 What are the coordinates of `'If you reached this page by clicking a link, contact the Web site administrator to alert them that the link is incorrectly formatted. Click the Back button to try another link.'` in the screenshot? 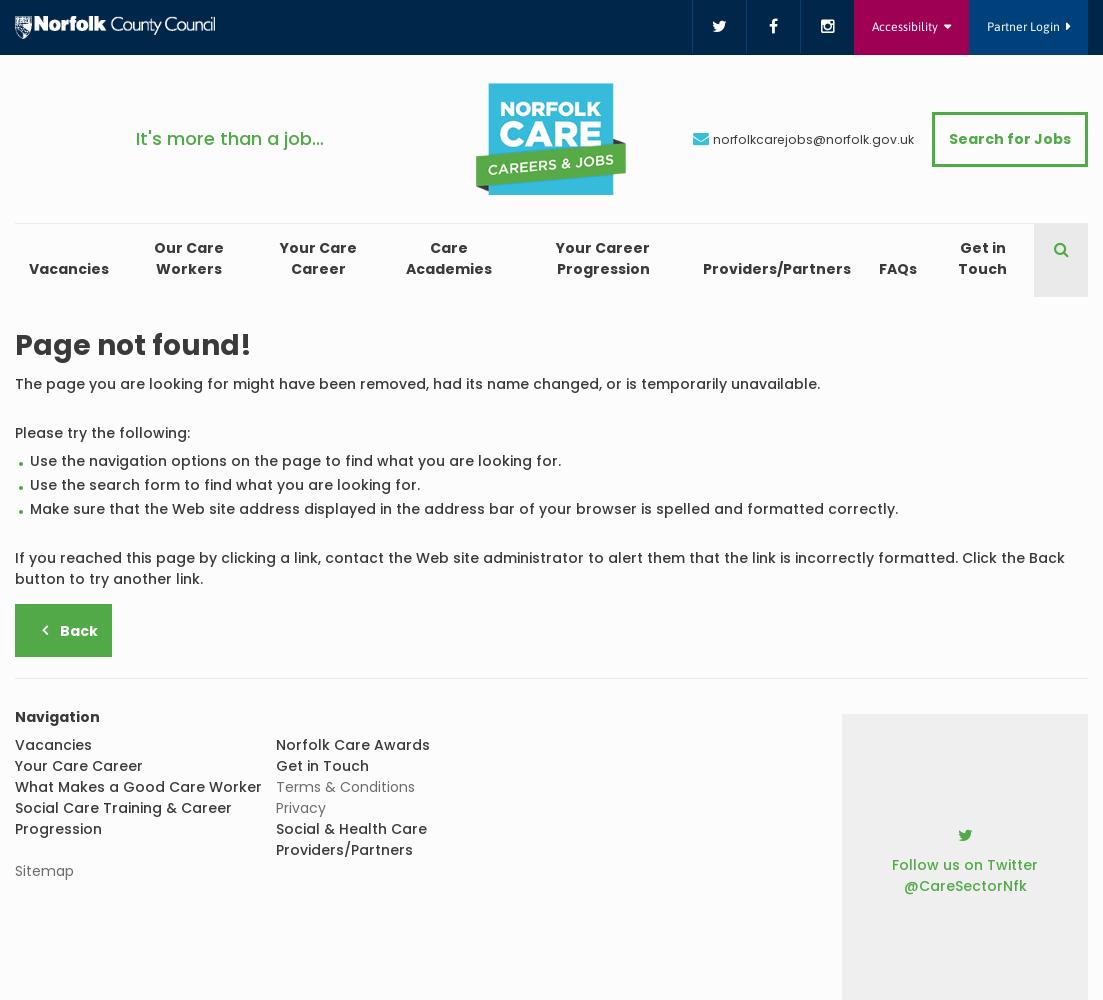 It's located at (539, 566).